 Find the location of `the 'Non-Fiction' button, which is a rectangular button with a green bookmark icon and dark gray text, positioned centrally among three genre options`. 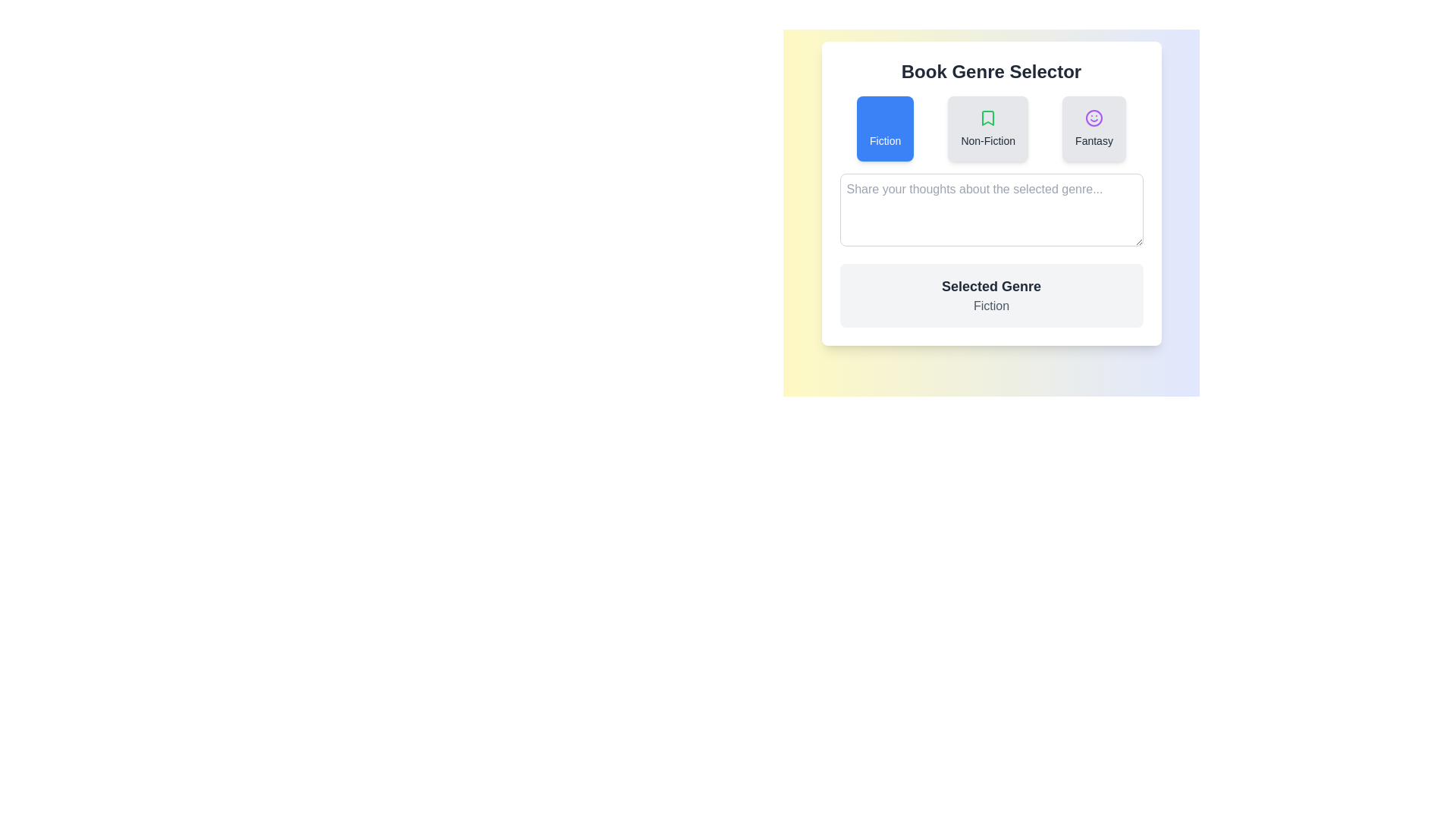

the 'Non-Fiction' button, which is a rectangular button with a green bookmark icon and dark gray text, positioned centrally among three genre options is located at coordinates (988, 127).